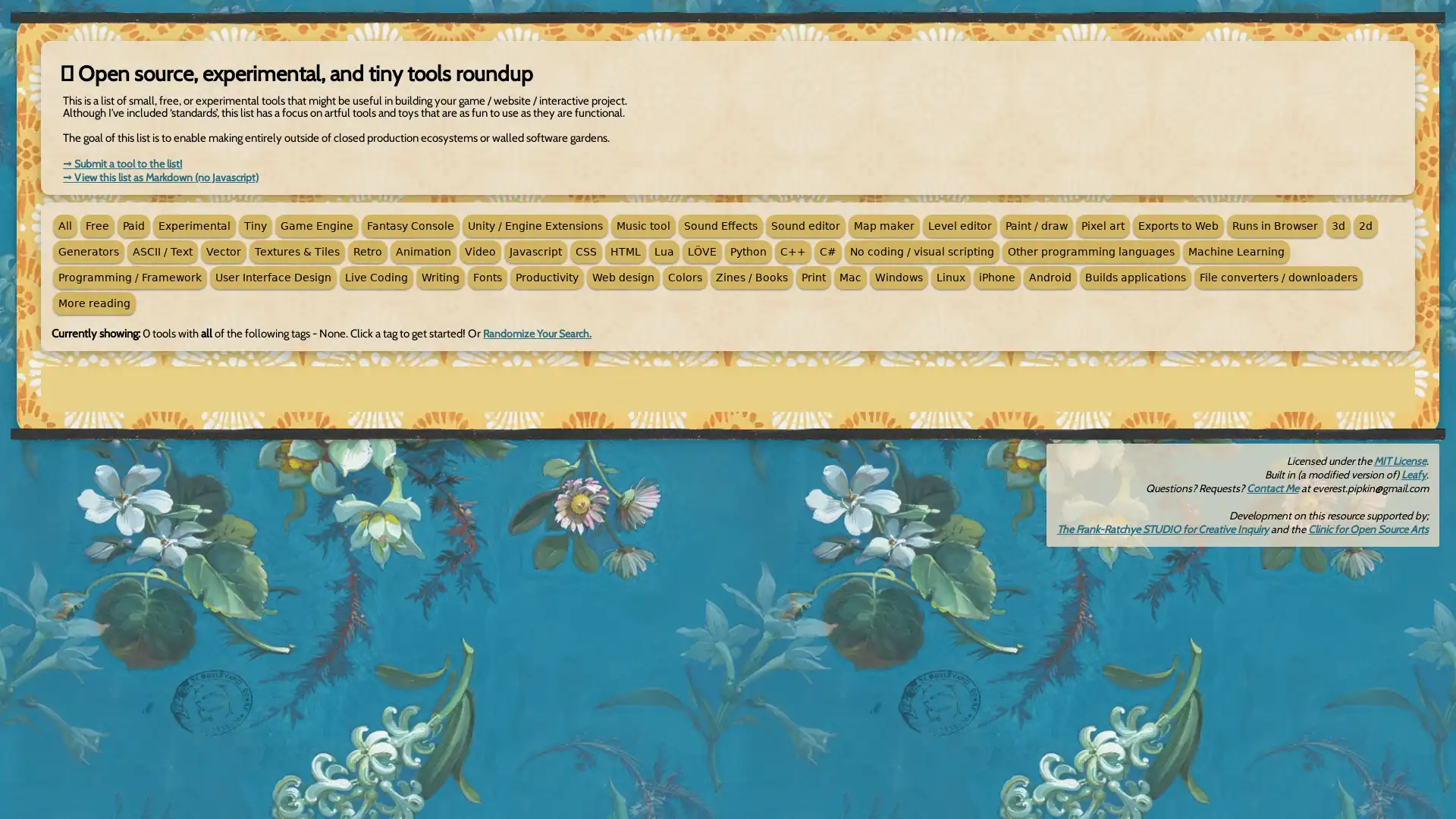 The height and width of the screenshot is (819, 1456). What do you see at coordinates (546, 278) in the screenshot?
I see `Productivity` at bounding box center [546, 278].